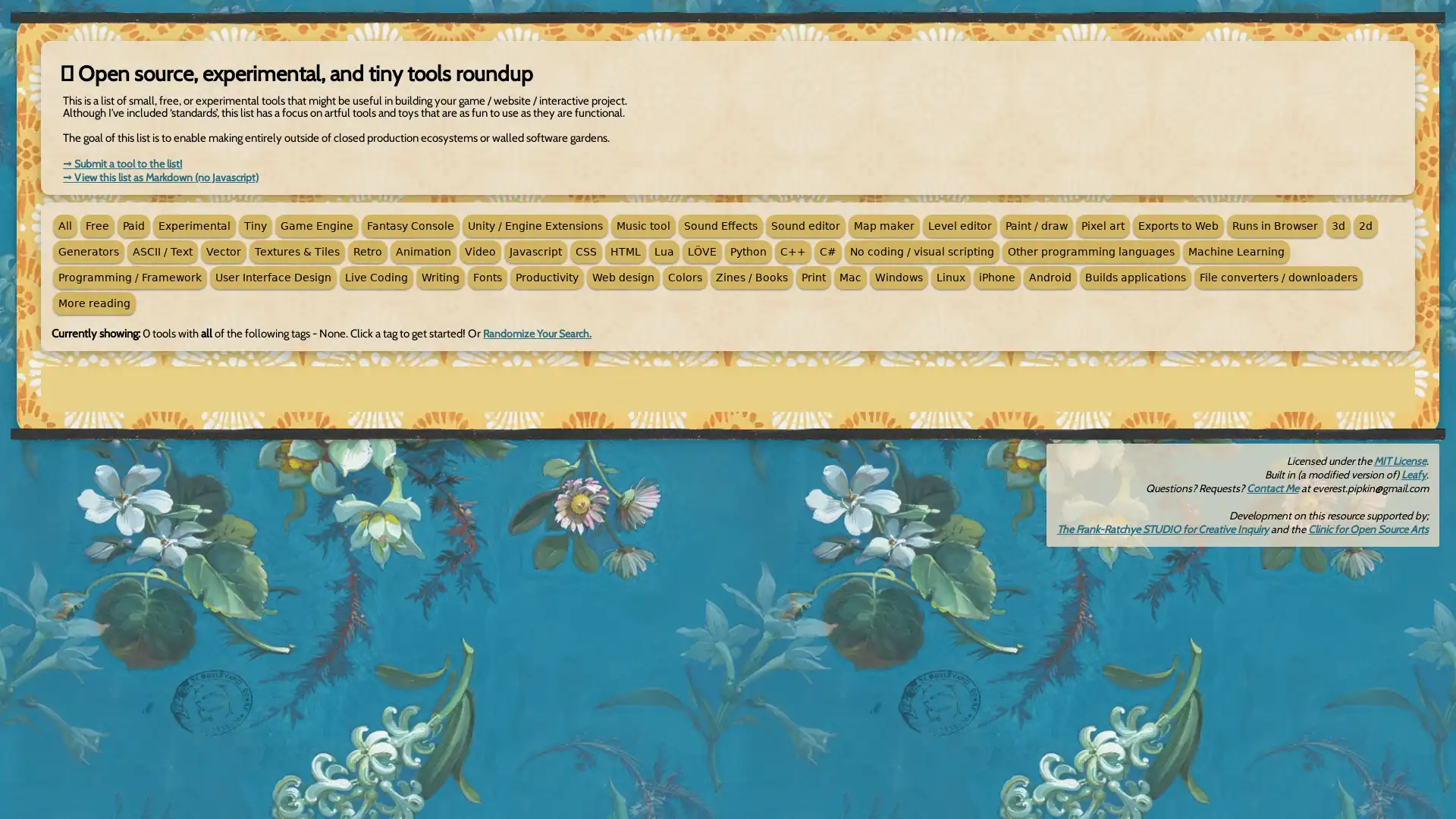 The height and width of the screenshot is (819, 1456). What do you see at coordinates (546, 278) in the screenshot?
I see `Productivity` at bounding box center [546, 278].